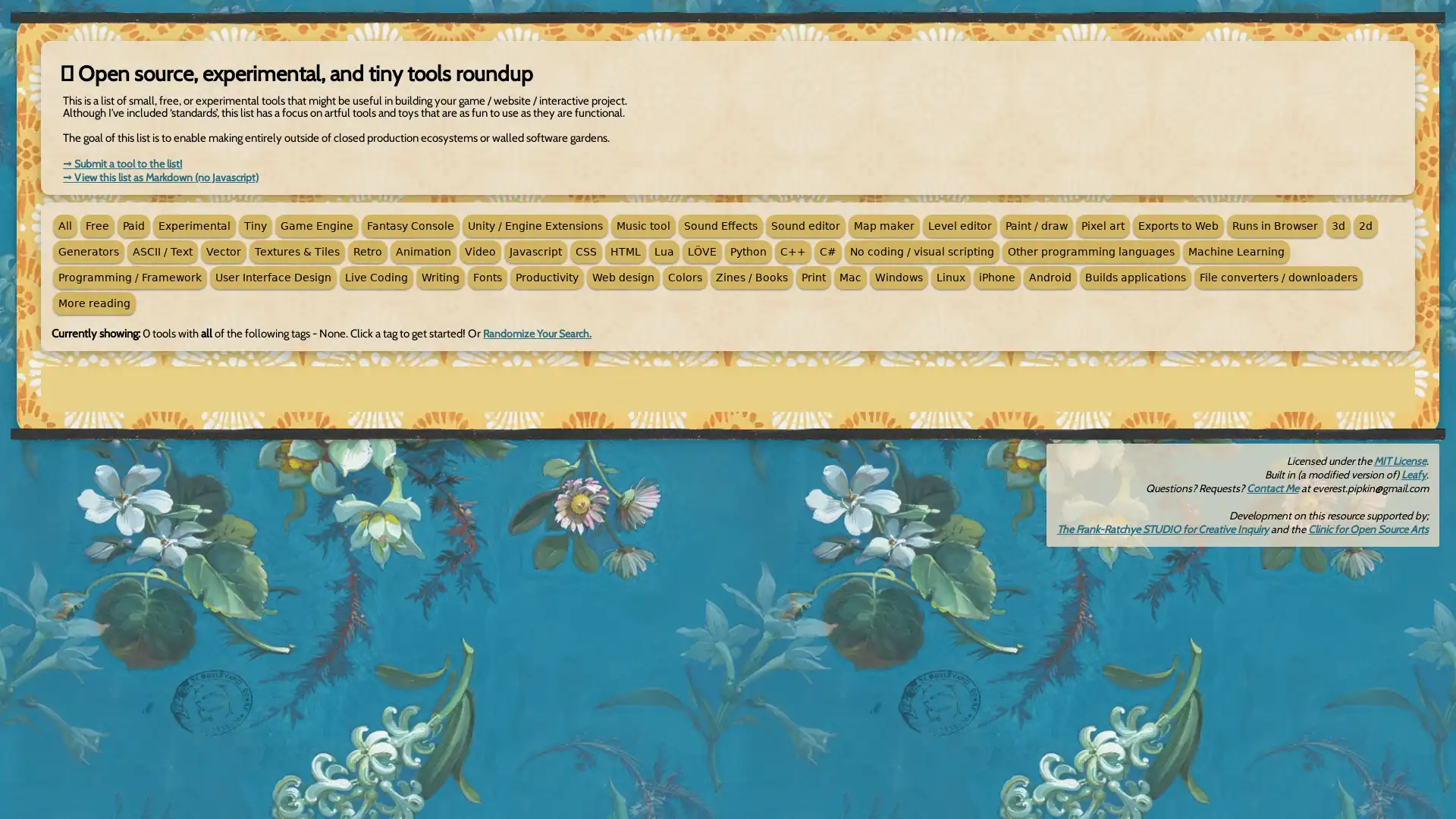 The height and width of the screenshot is (819, 1456). What do you see at coordinates (546, 278) in the screenshot?
I see `Productivity` at bounding box center [546, 278].